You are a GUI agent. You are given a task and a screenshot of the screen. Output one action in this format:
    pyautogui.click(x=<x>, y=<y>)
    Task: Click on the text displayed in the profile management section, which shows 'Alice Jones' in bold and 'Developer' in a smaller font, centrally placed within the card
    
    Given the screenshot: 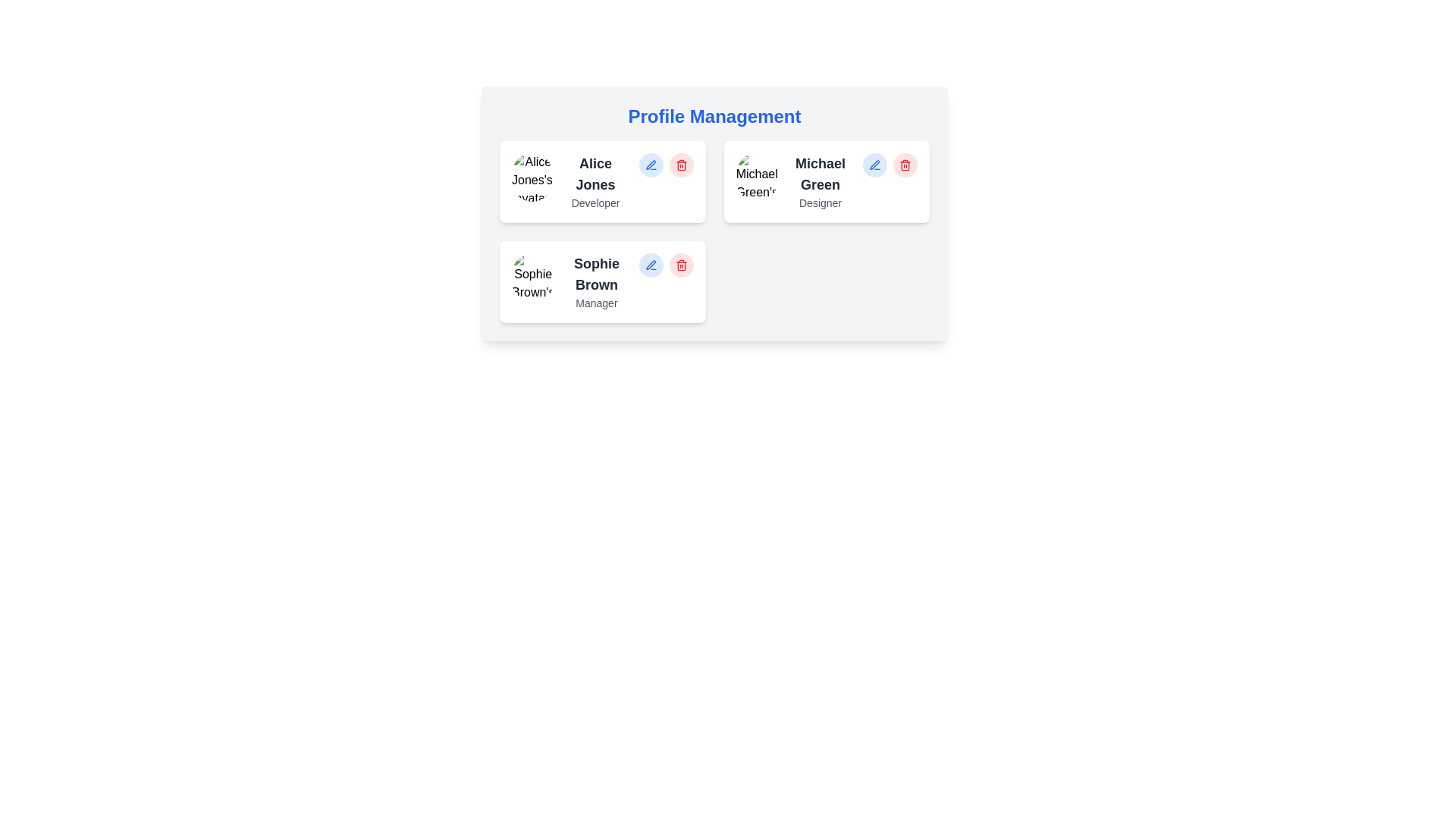 What is the action you would take?
    pyautogui.click(x=595, y=180)
    